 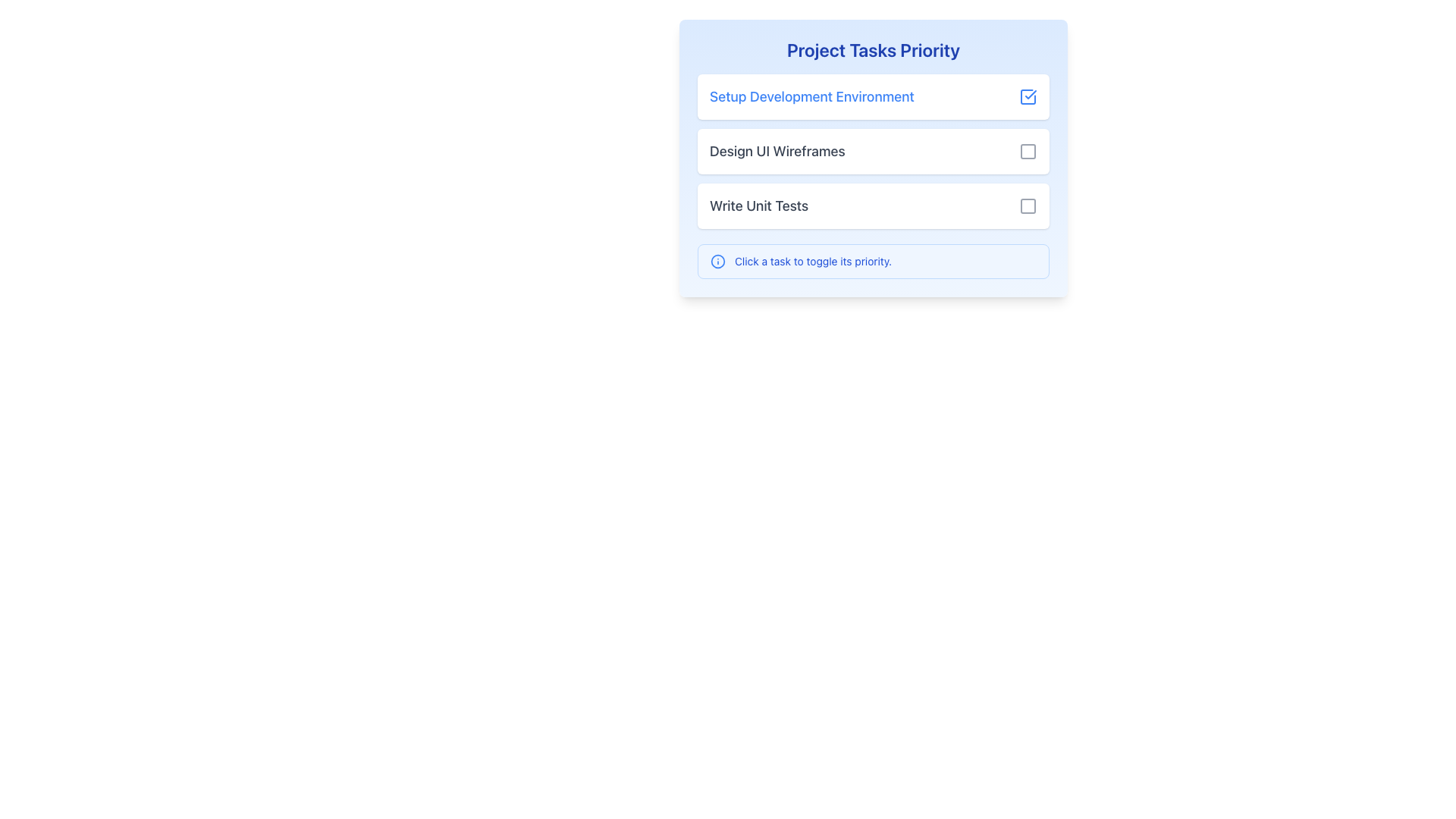 What do you see at coordinates (717, 260) in the screenshot?
I see `the graphical element that visually represents part of an informational icon located within the 'Project Tasks Priority' panel, positioned to the left of the descriptive text` at bounding box center [717, 260].